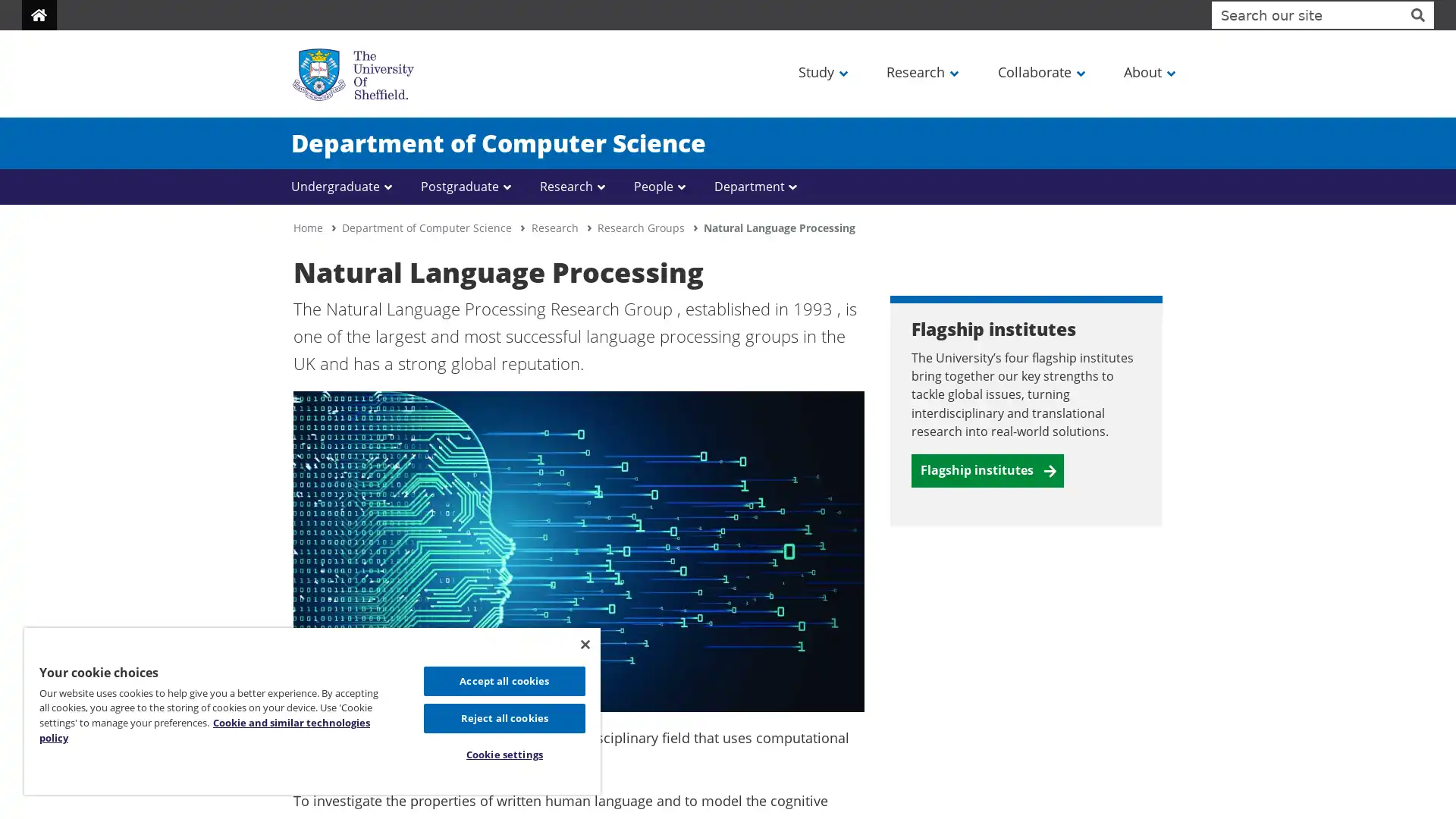 Image resolution: width=1456 pixels, height=819 pixels. I want to click on Close, so click(584, 643).